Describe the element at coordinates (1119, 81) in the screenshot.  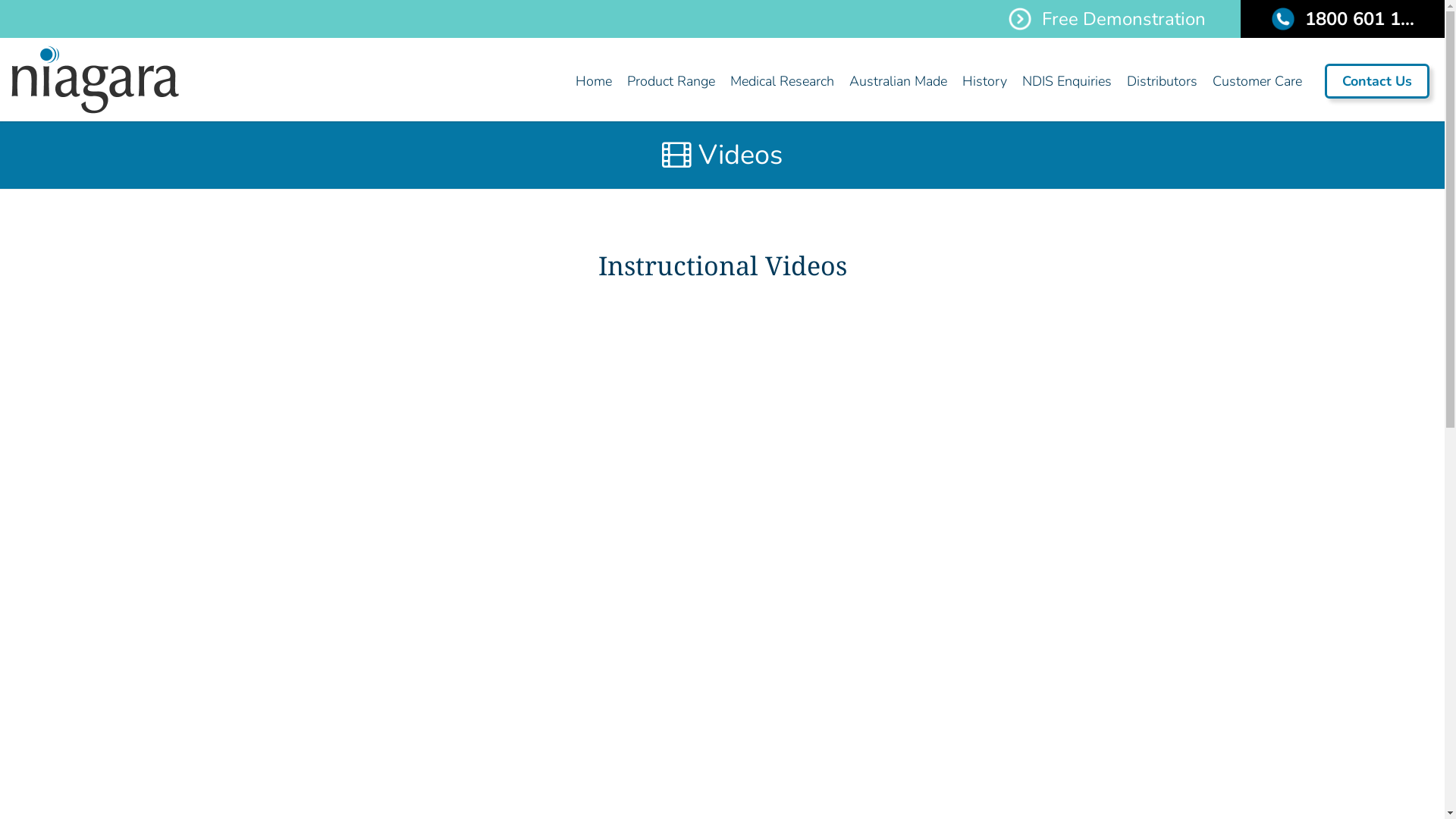
I see `'Distributors'` at that location.